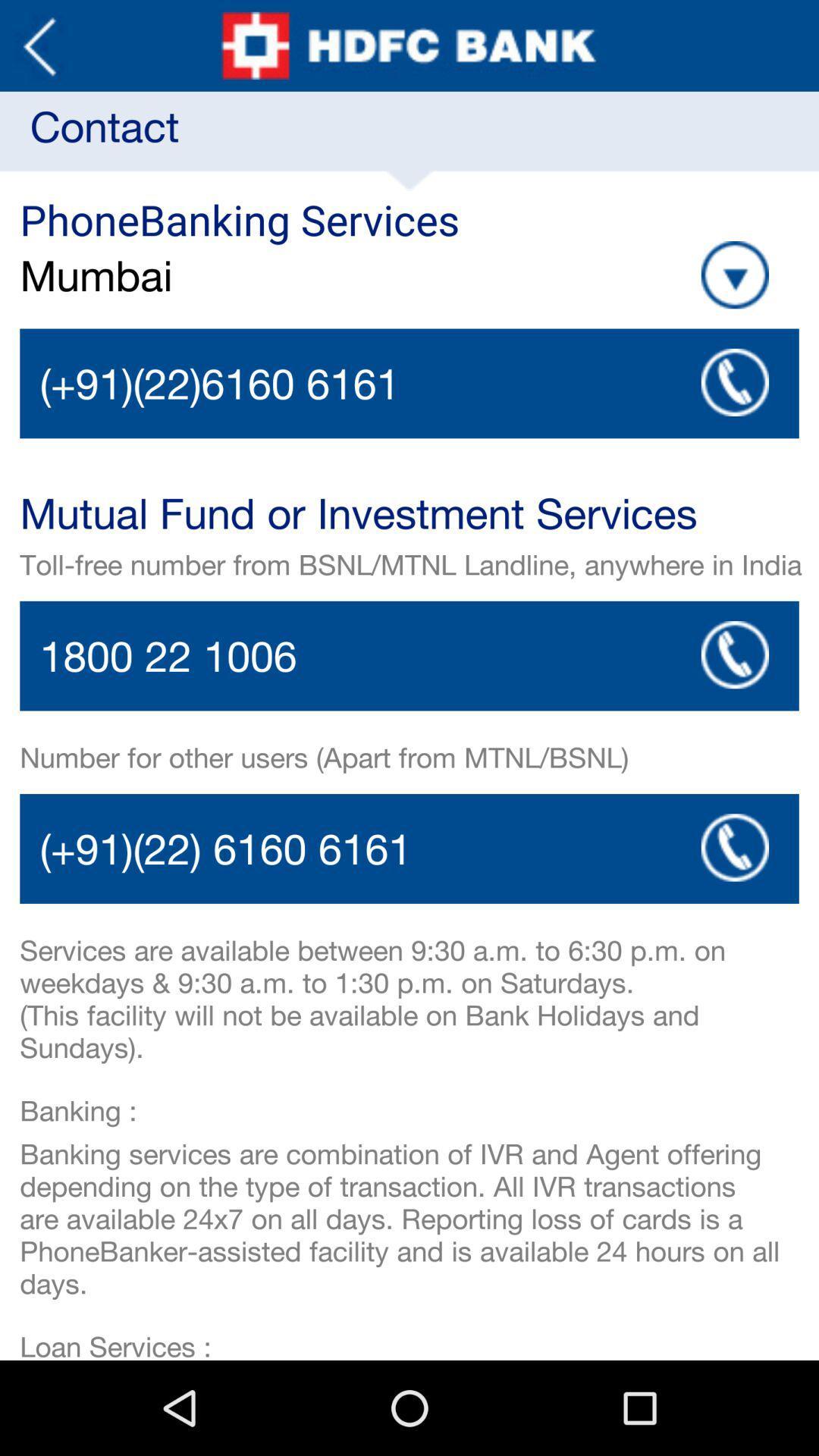 This screenshot has width=819, height=1456. Describe the element at coordinates (248, 275) in the screenshot. I see `app below phonebanking services item` at that location.